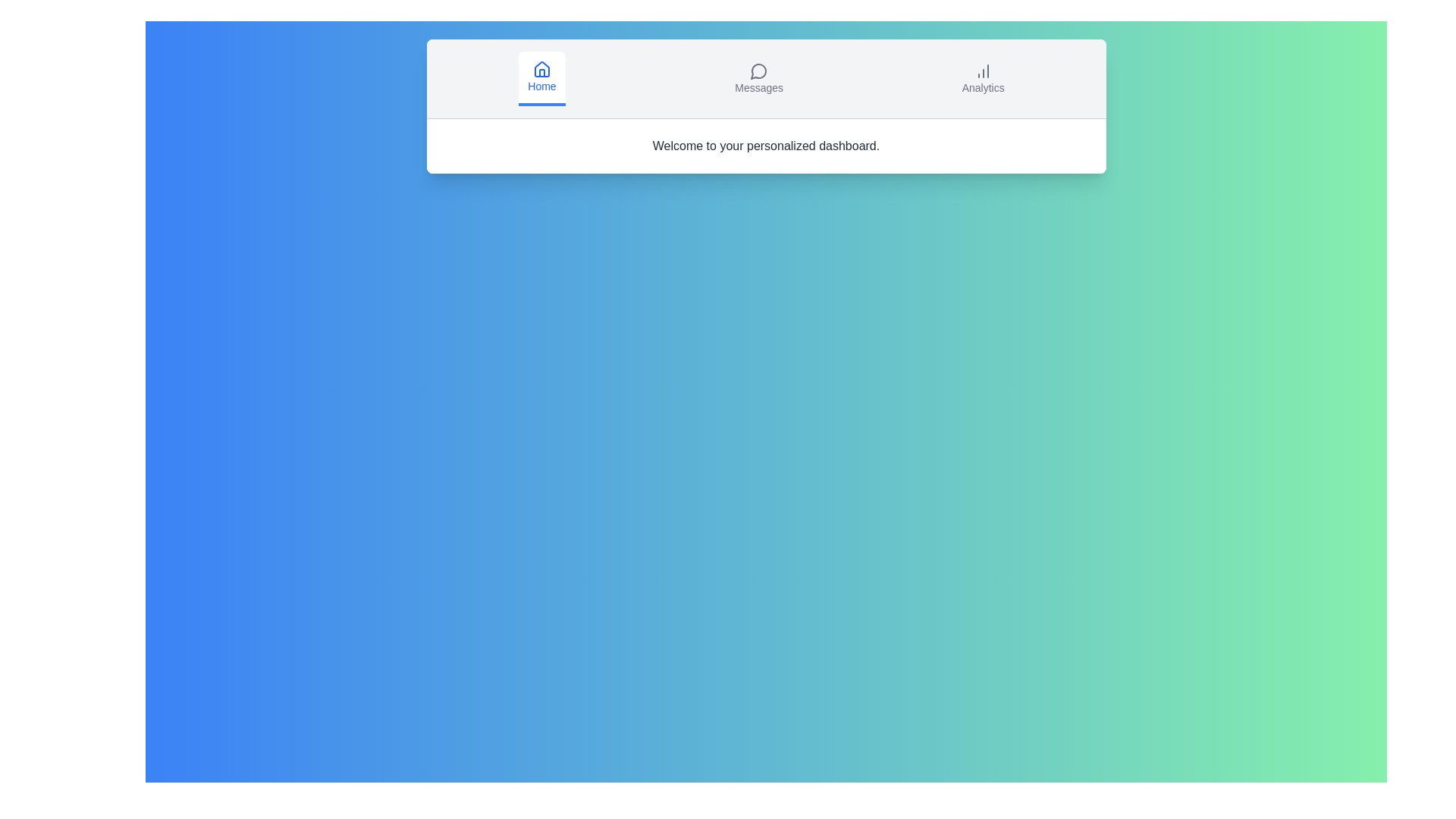 Image resolution: width=1456 pixels, height=819 pixels. What do you see at coordinates (541, 79) in the screenshot?
I see `the tab labeled Home` at bounding box center [541, 79].